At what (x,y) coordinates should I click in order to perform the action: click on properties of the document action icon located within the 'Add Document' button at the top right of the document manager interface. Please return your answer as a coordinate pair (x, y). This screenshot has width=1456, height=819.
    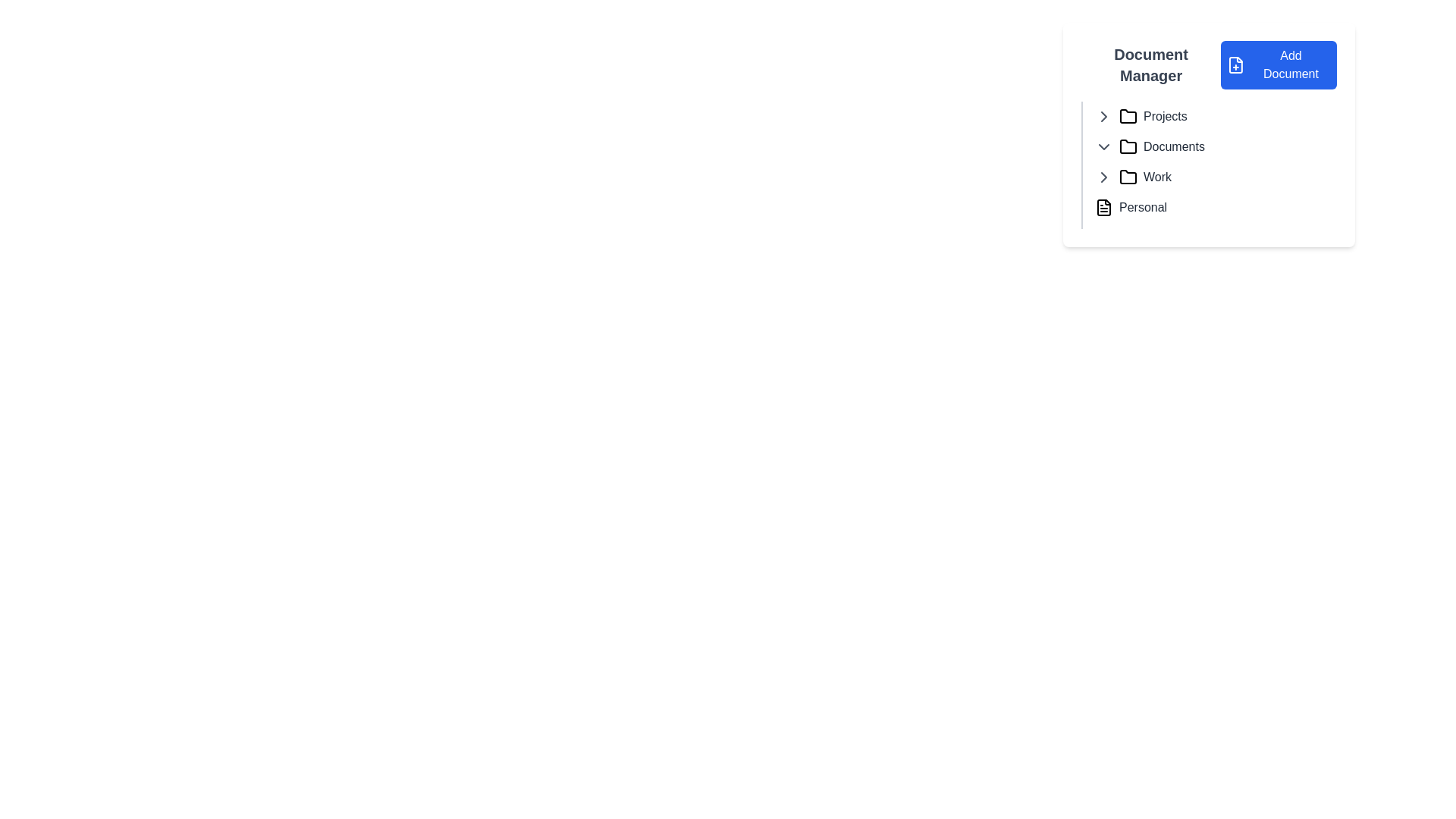
    Looking at the image, I should click on (1236, 64).